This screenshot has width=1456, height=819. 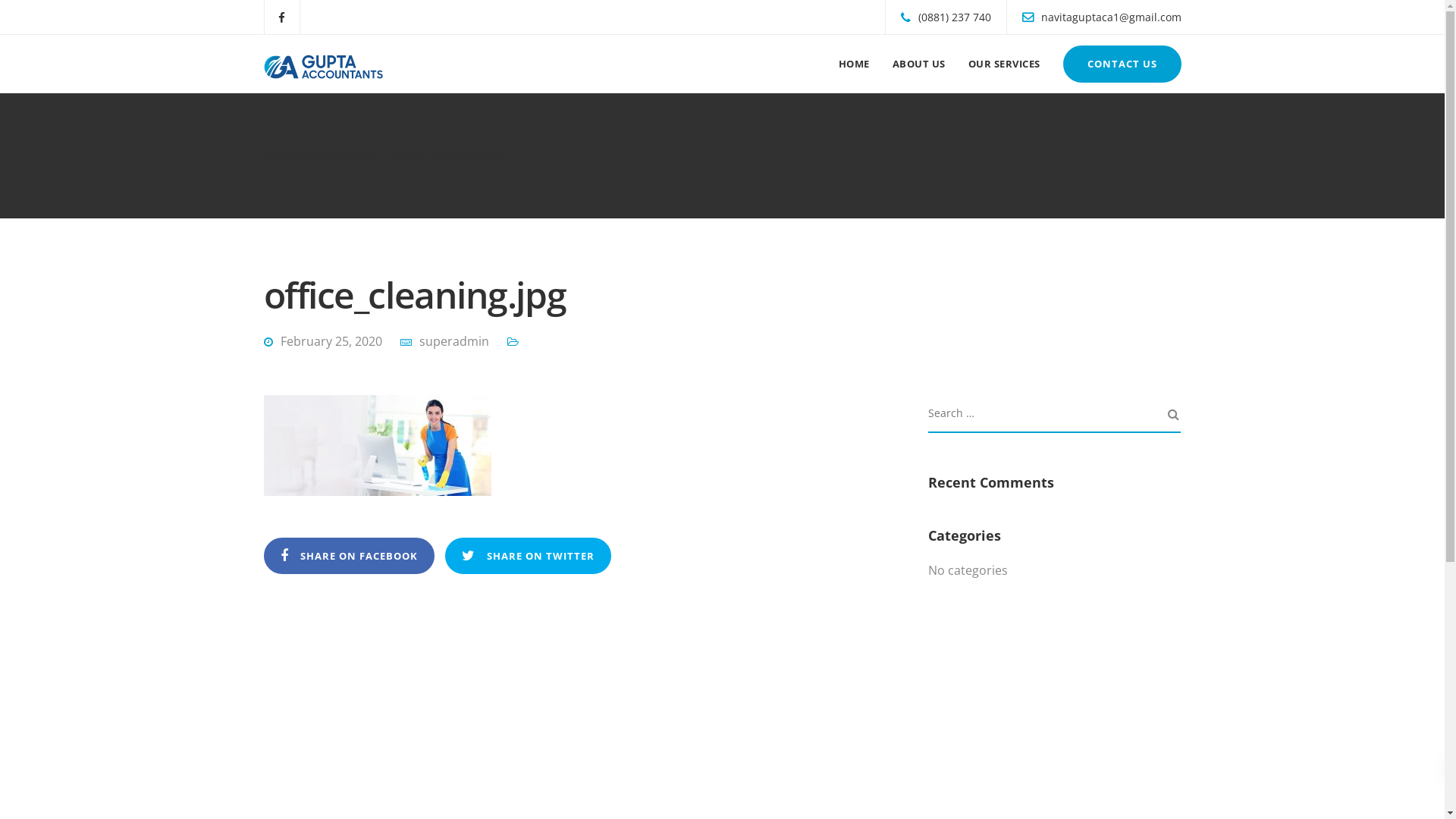 I want to click on '(0881) 237 740', so click(x=916, y=17).